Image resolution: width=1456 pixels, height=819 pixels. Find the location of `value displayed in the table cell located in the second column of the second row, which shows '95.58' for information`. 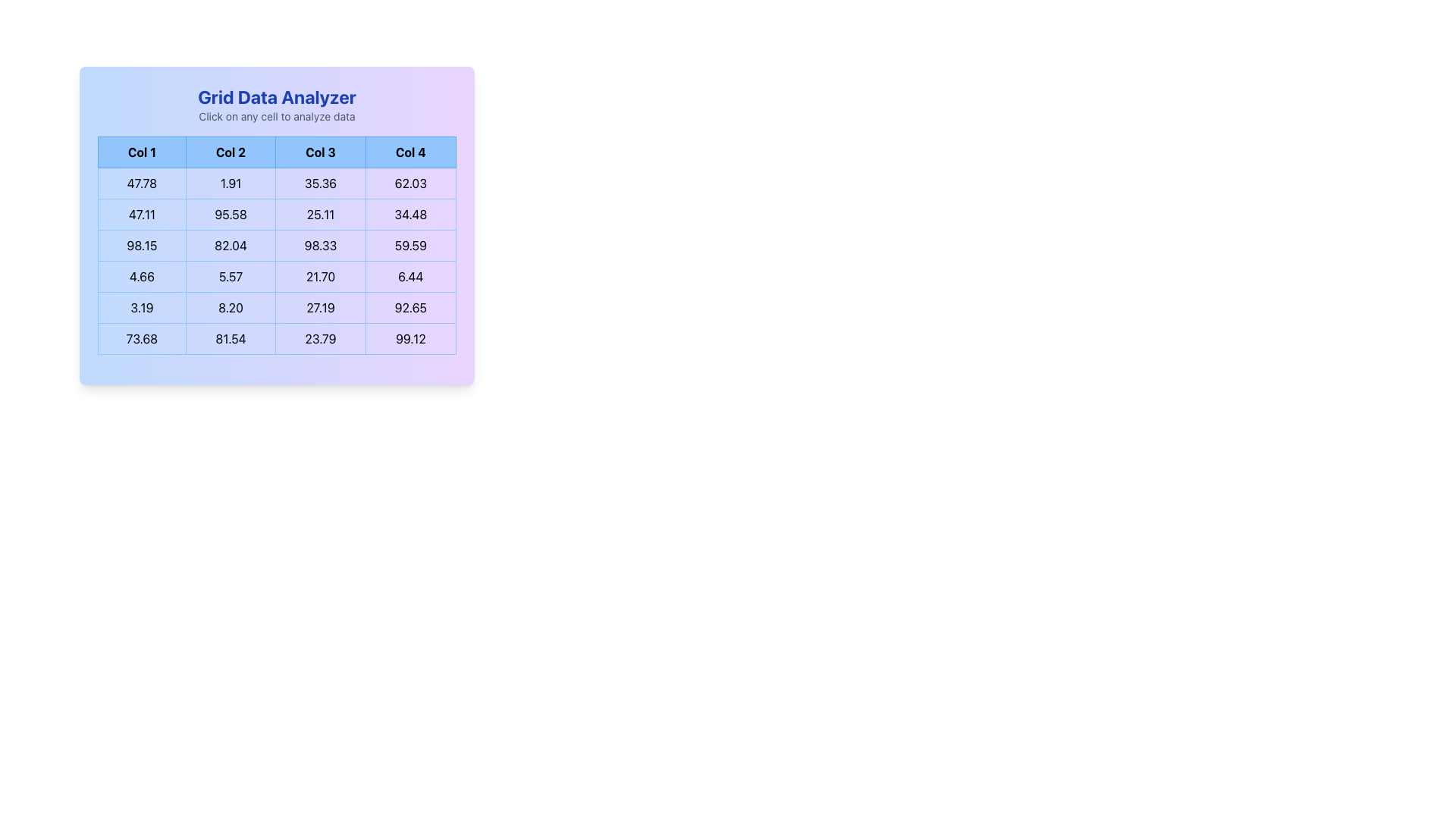

value displayed in the table cell located in the second column of the second row, which shows '95.58' for information is located at coordinates (230, 214).